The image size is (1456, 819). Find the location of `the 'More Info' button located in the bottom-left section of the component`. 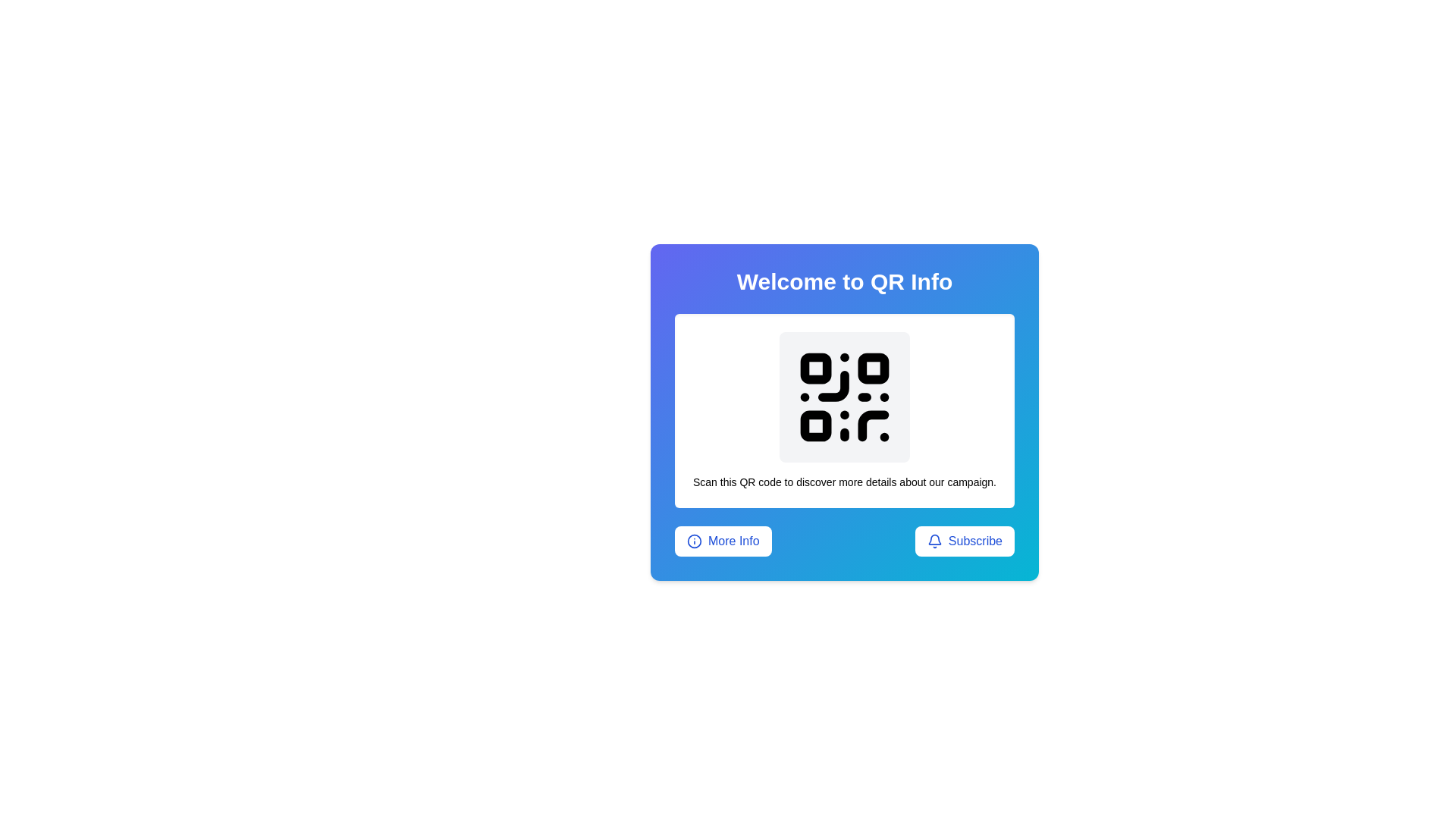

the 'More Info' button located in the bottom-left section of the component is located at coordinates (722, 540).